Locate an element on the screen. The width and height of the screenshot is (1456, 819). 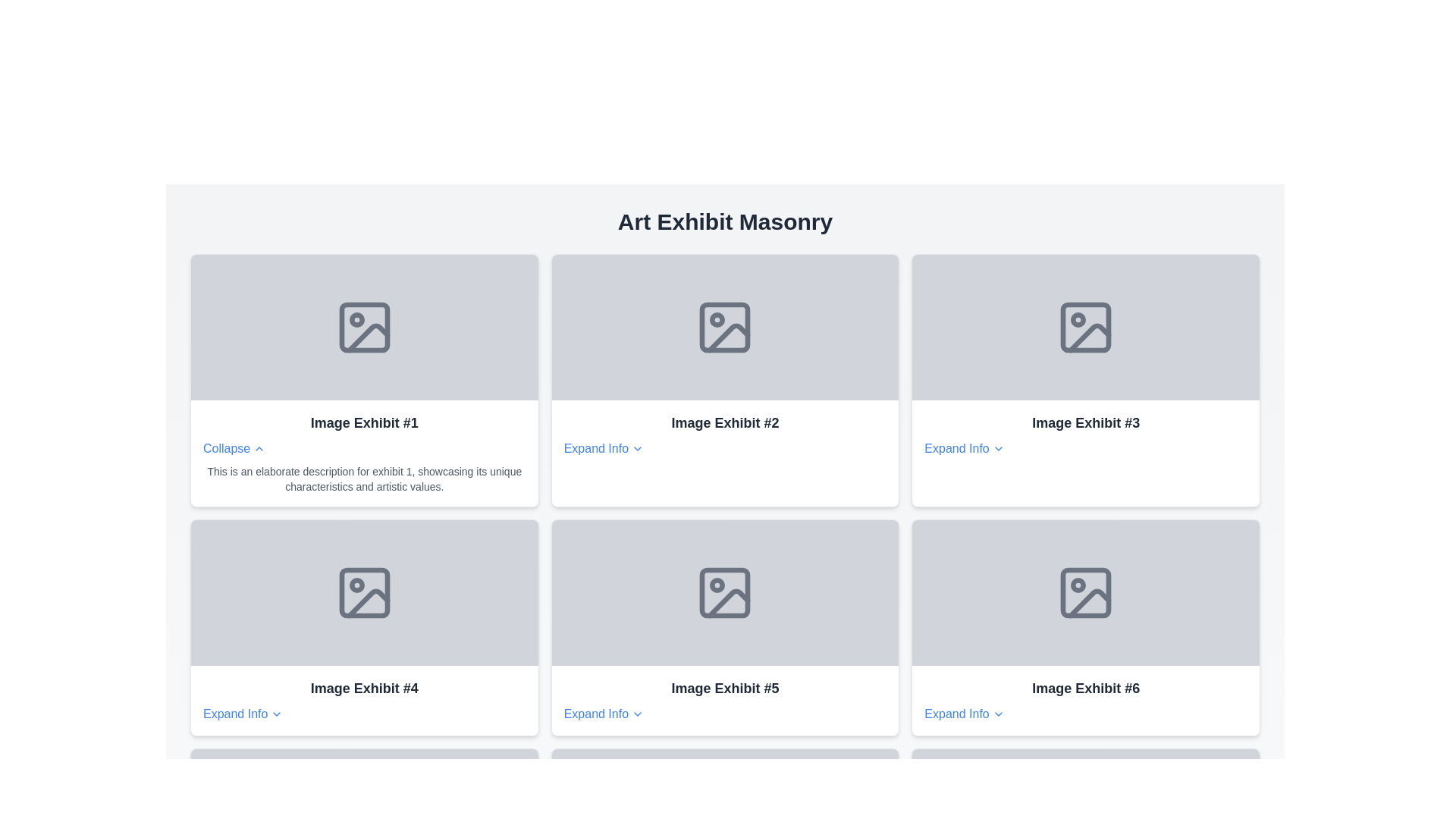
the icon or graphical placeholder located in the sixth card labeled 'Image Exhibit #6' in the grid layout is located at coordinates (1085, 592).